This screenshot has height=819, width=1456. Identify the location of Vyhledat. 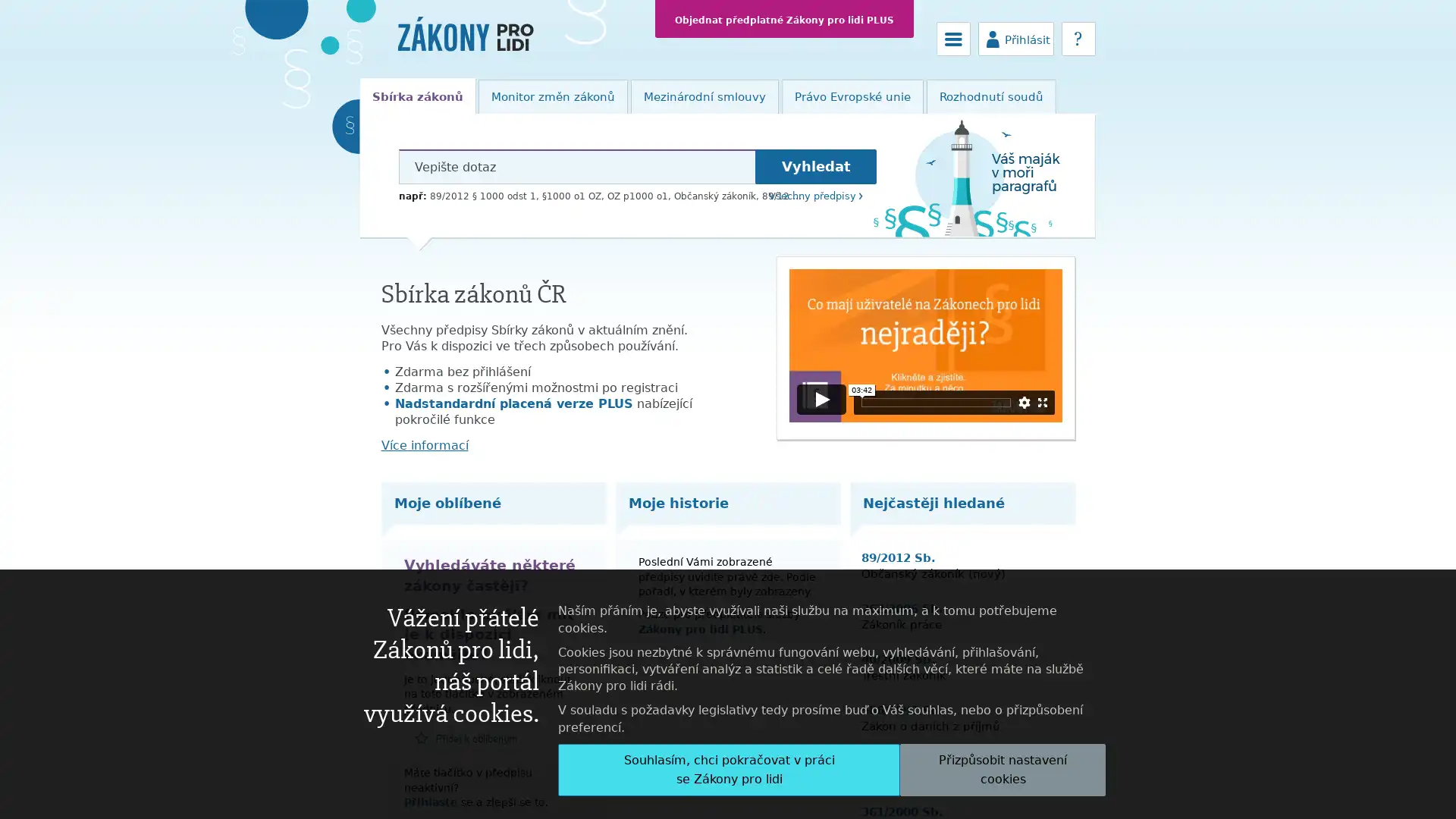
(814, 166).